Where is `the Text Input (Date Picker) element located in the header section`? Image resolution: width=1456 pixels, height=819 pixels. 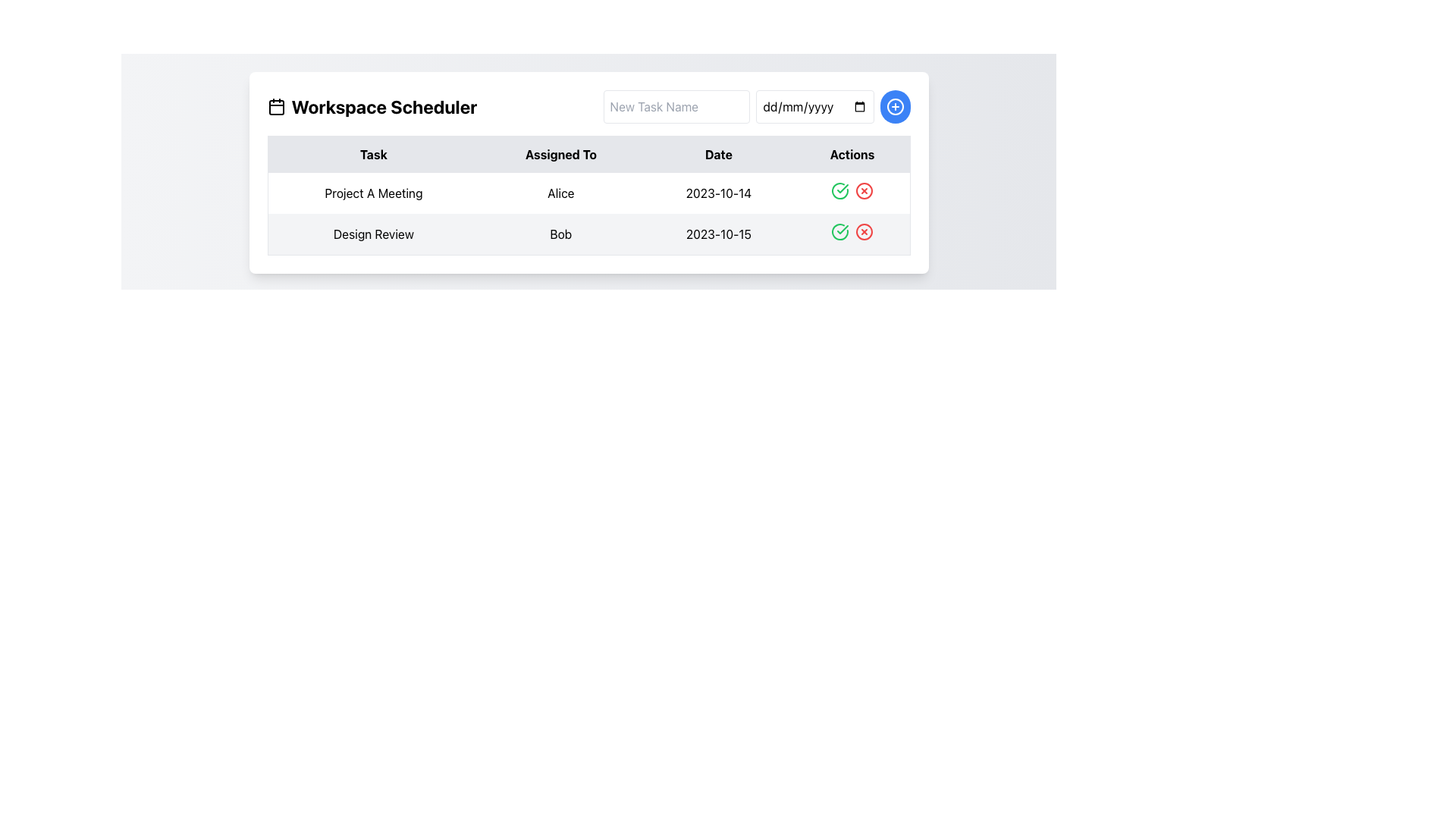 the Text Input (Date Picker) element located in the header section is located at coordinates (814, 106).